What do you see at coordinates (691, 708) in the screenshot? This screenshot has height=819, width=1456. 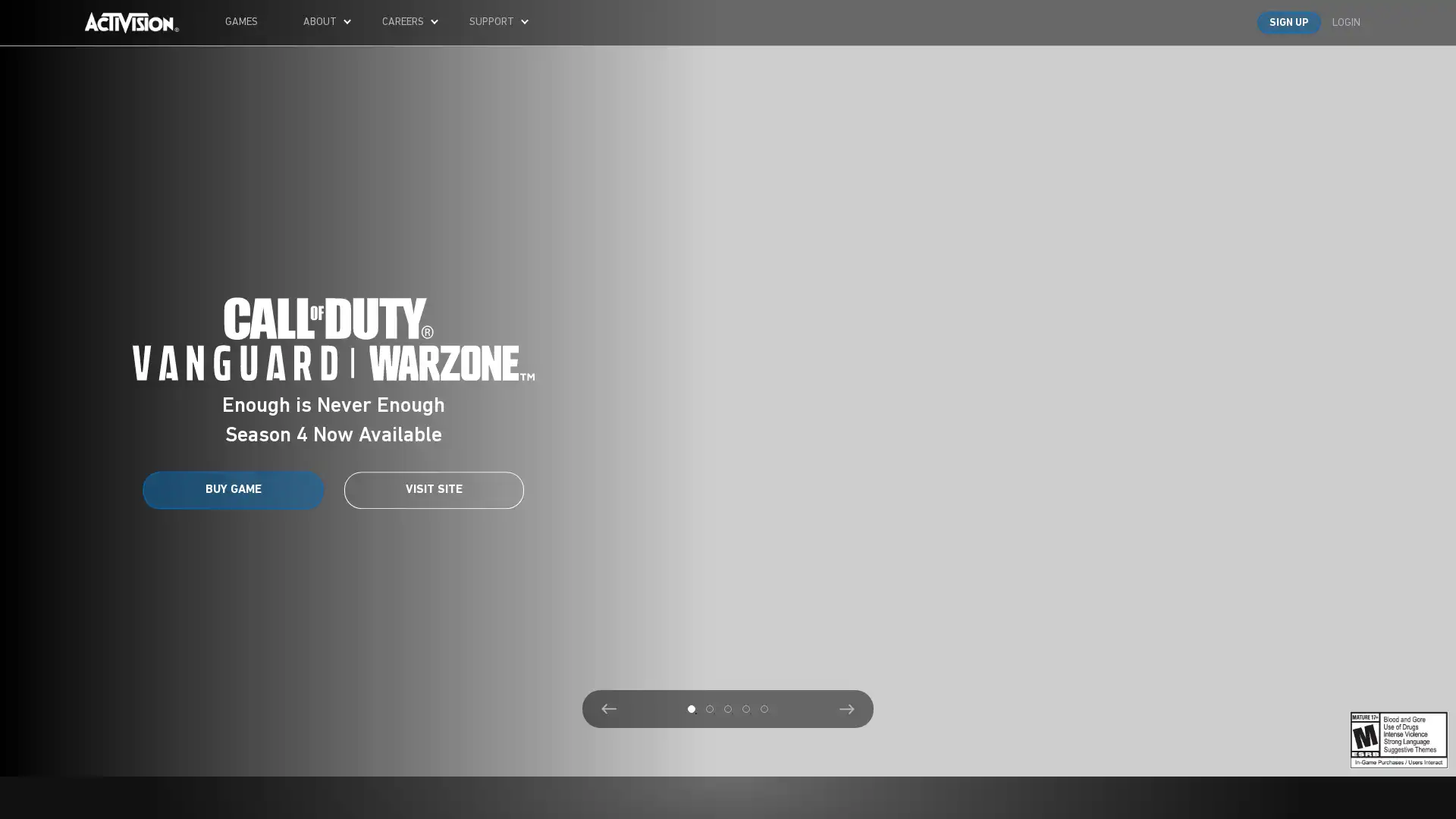 I see `1` at bounding box center [691, 708].